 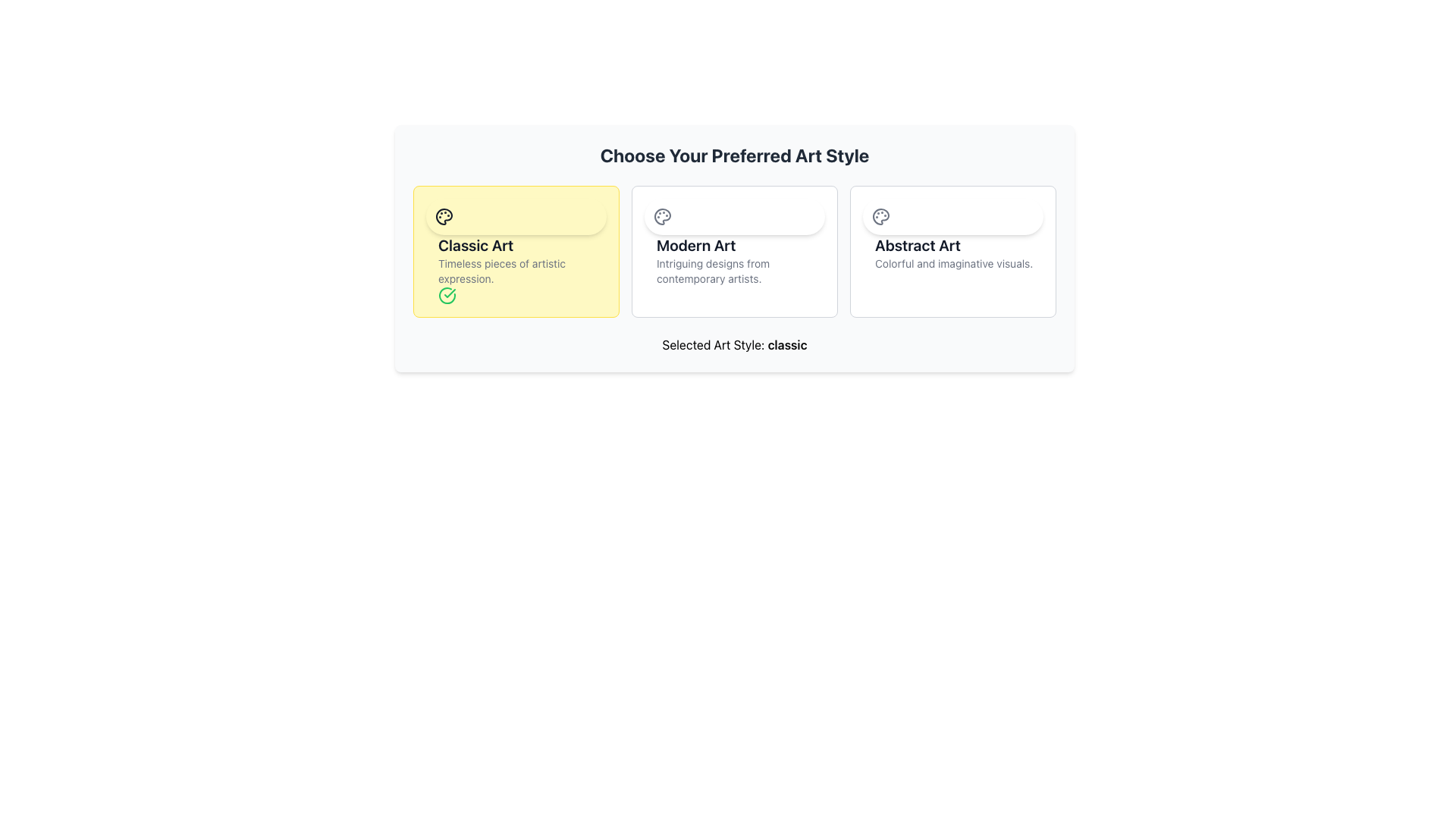 What do you see at coordinates (880, 216) in the screenshot?
I see `the design of the palette icon representing the 'Abstract Art' option, located at the top-left corner of the card` at bounding box center [880, 216].